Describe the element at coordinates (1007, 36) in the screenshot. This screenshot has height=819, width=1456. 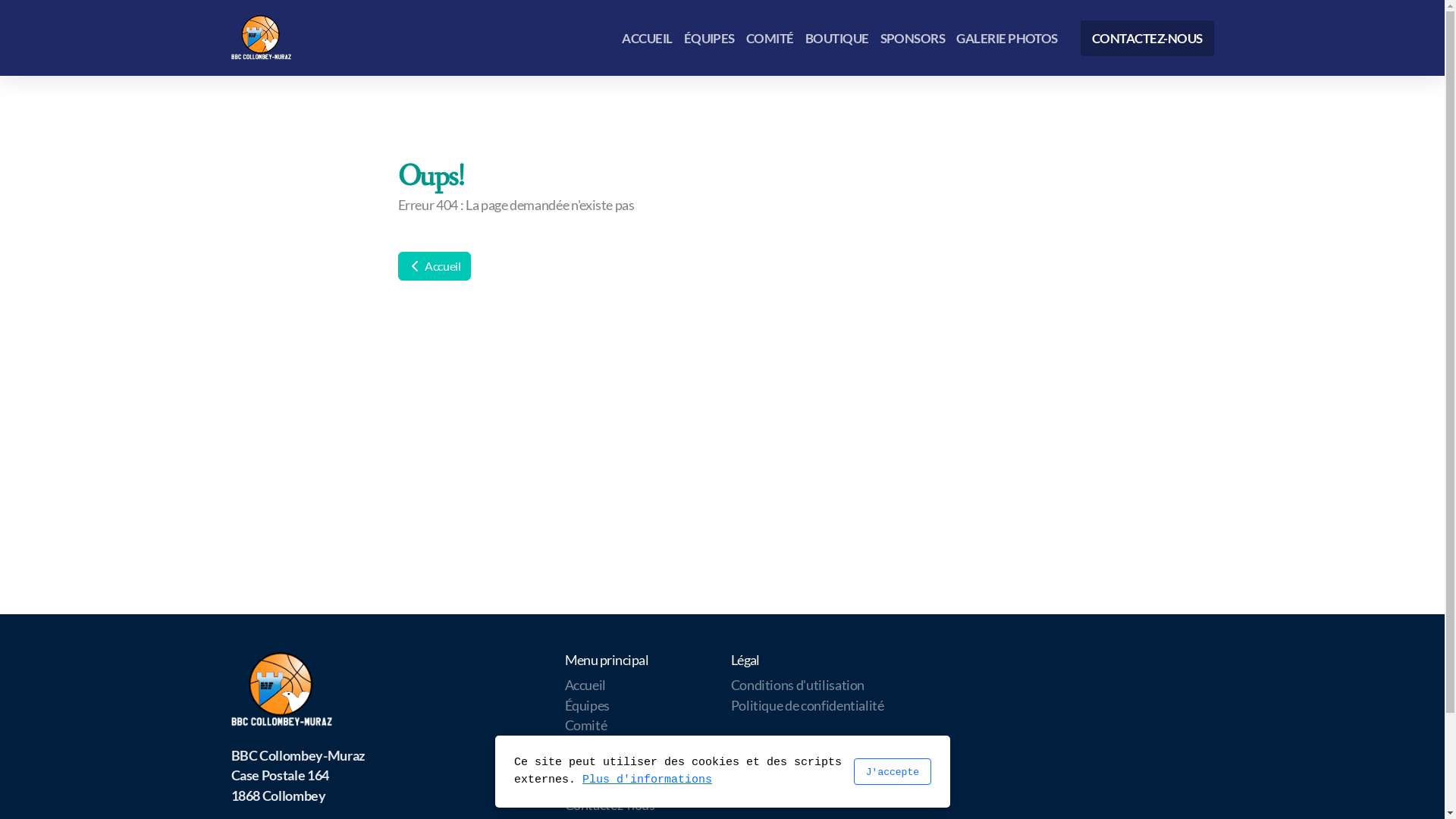
I see `'GALERIE PHOTOS'` at that location.